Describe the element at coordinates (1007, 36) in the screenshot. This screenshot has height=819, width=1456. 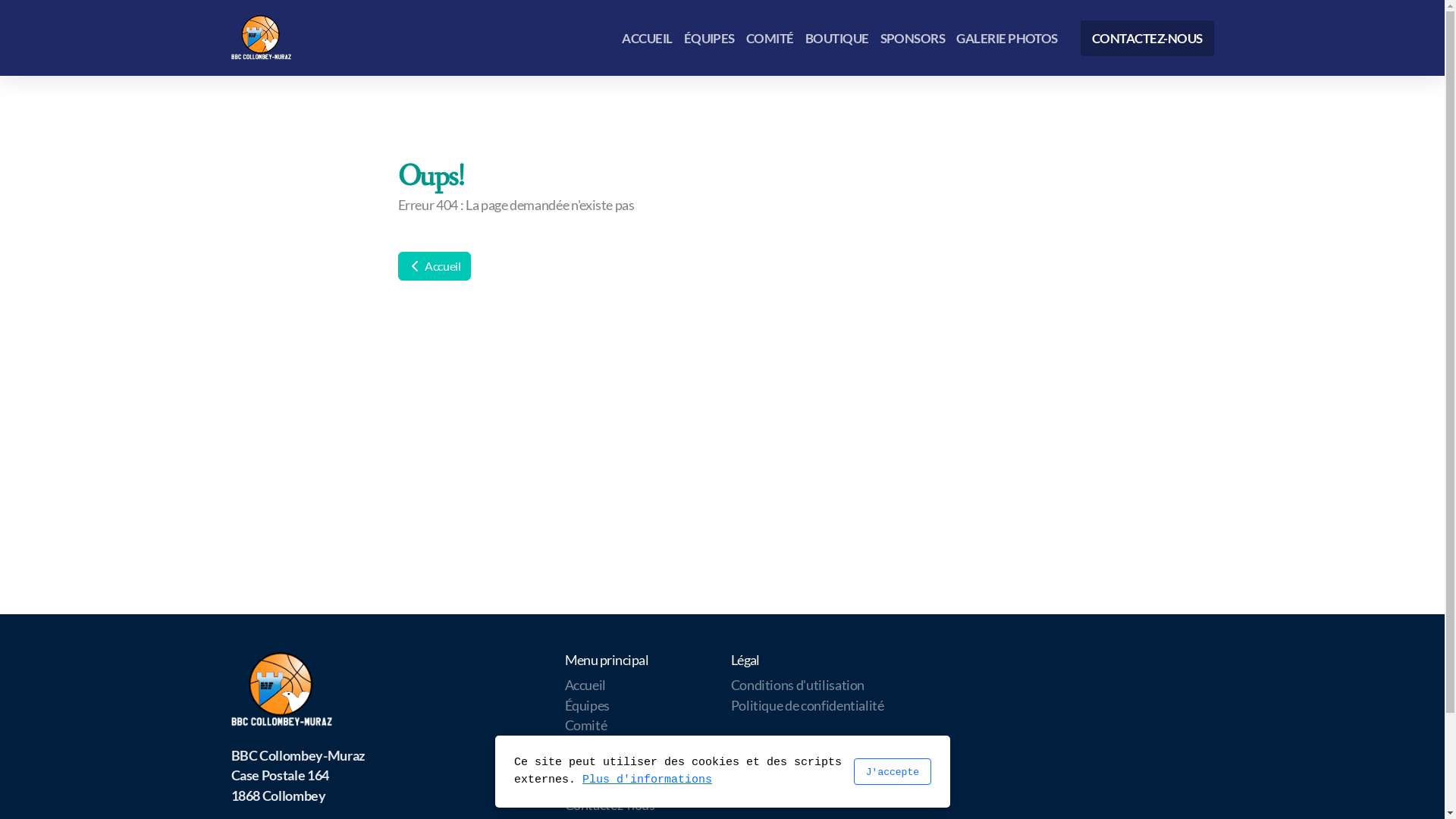
I see `'GALERIE PHOTOS'` at that location.